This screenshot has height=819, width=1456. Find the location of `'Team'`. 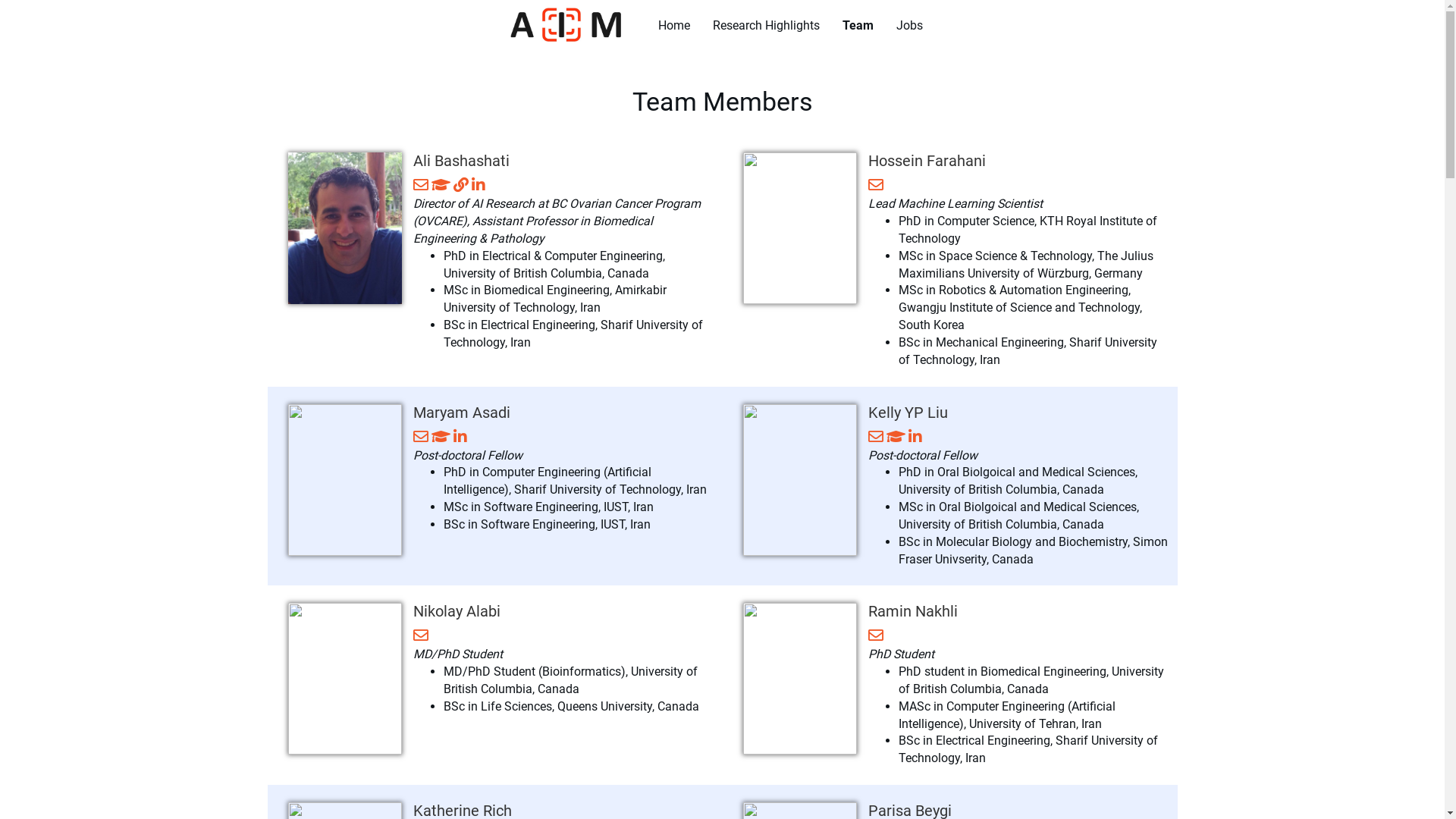

'Team' is located at coordinates (858, 26).